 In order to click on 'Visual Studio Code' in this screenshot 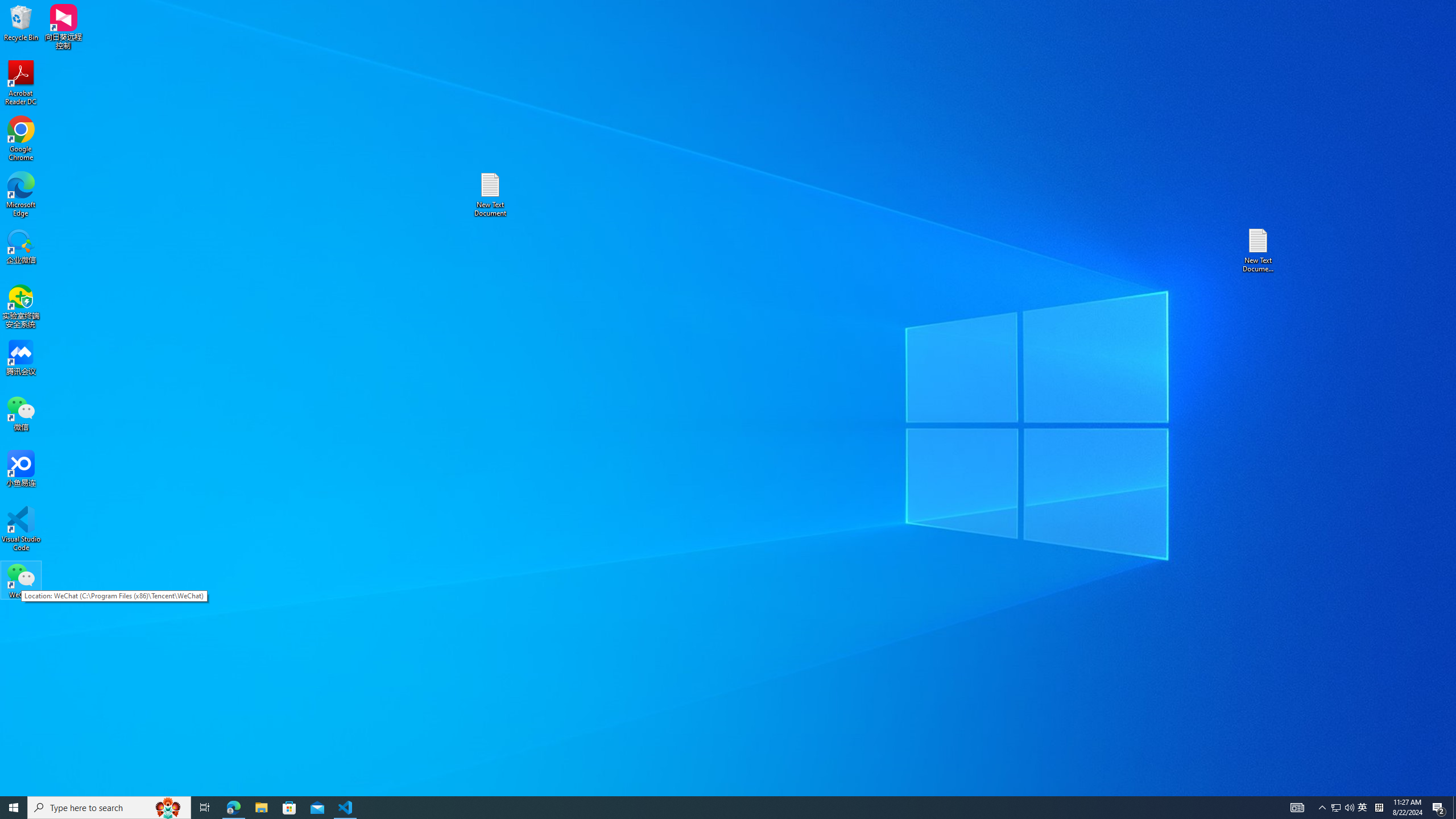, I will do `click(20, 528)`.